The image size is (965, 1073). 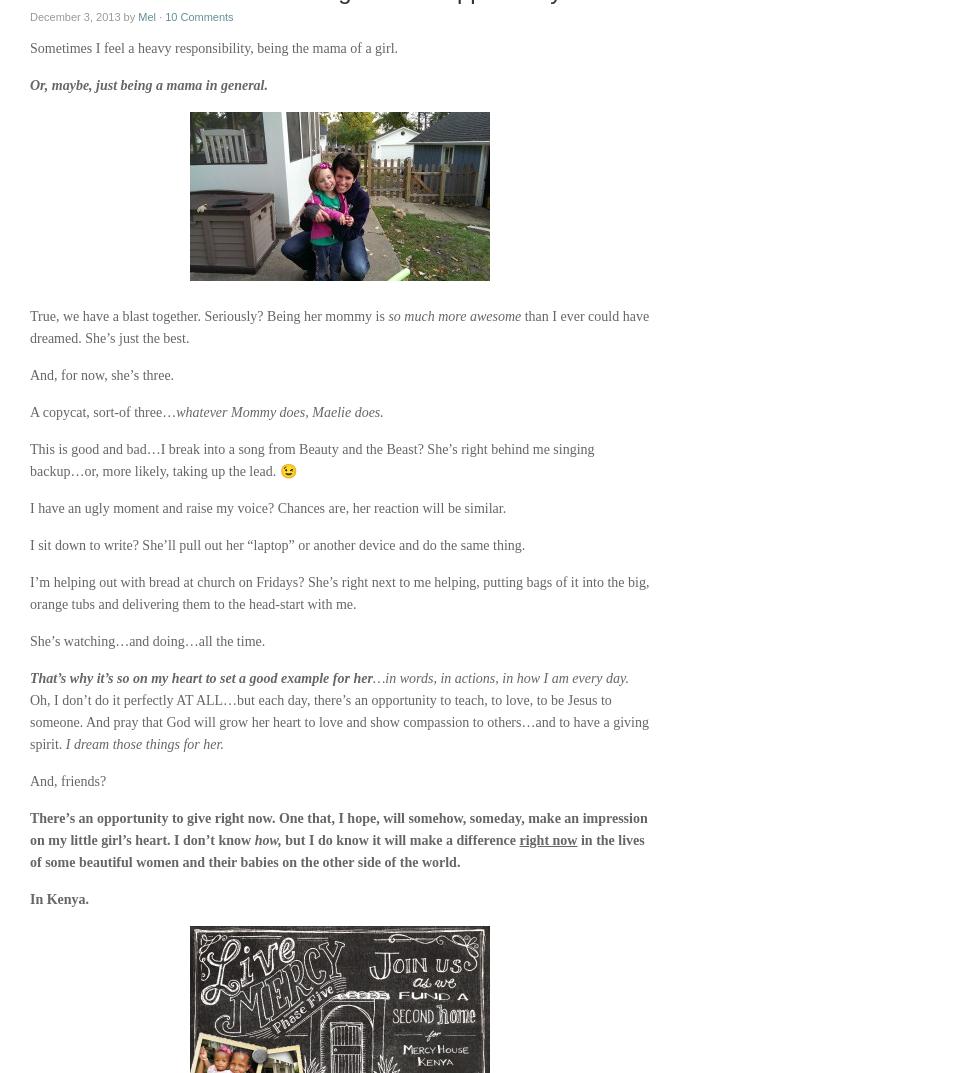 What do you see at coordinates (147, 640) in the screenshot?
I see `'She’s watching…and doing…all the time.'` at bounding box center [147, 640].